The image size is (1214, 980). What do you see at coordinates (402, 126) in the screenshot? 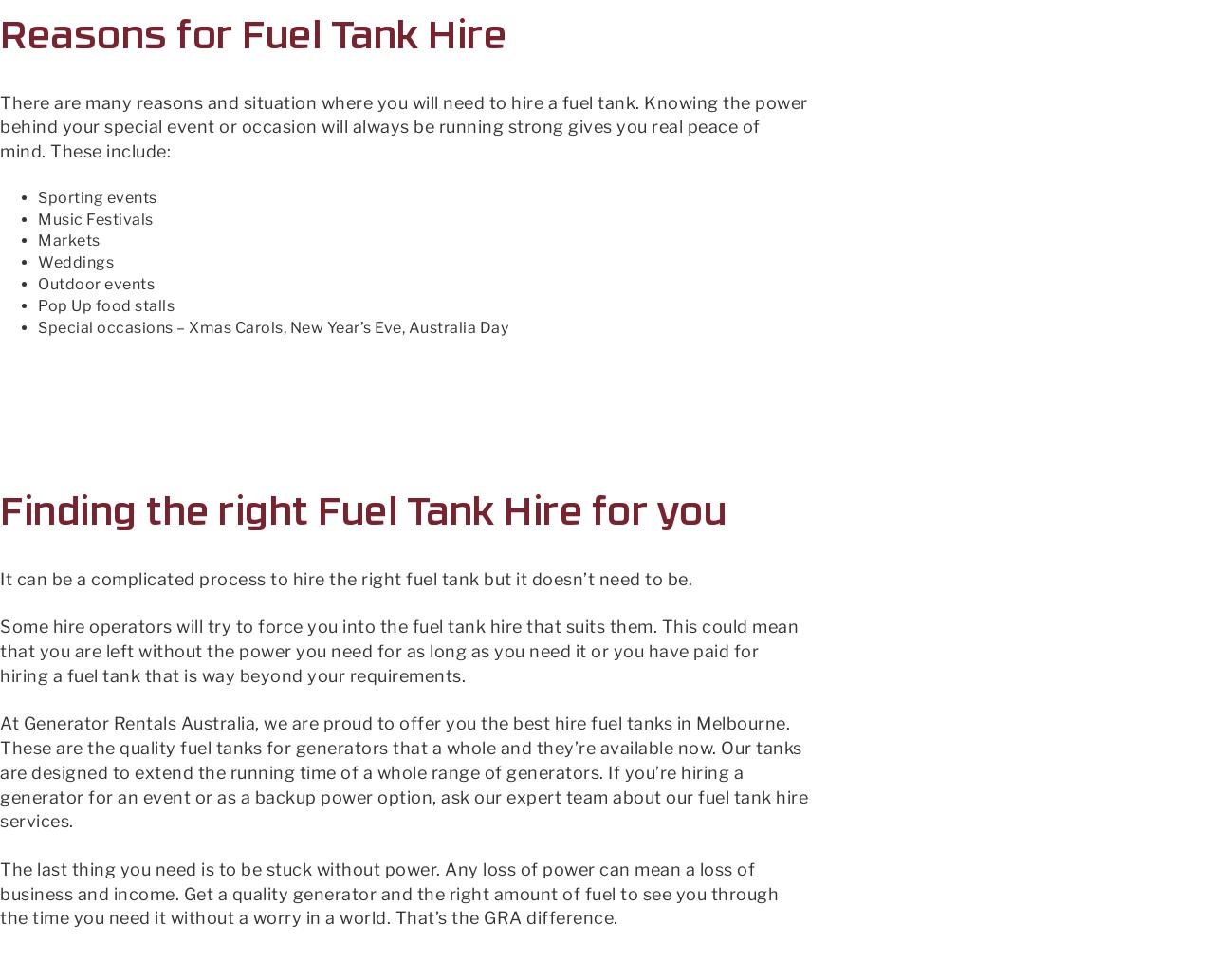
I see `'There are many reasons and situation where you will need to hire a fuel tank. Knowing the power behind your special event or occasion will always be running strong gives you real peace of mind. These include:'` at bounding box center [402, 126].